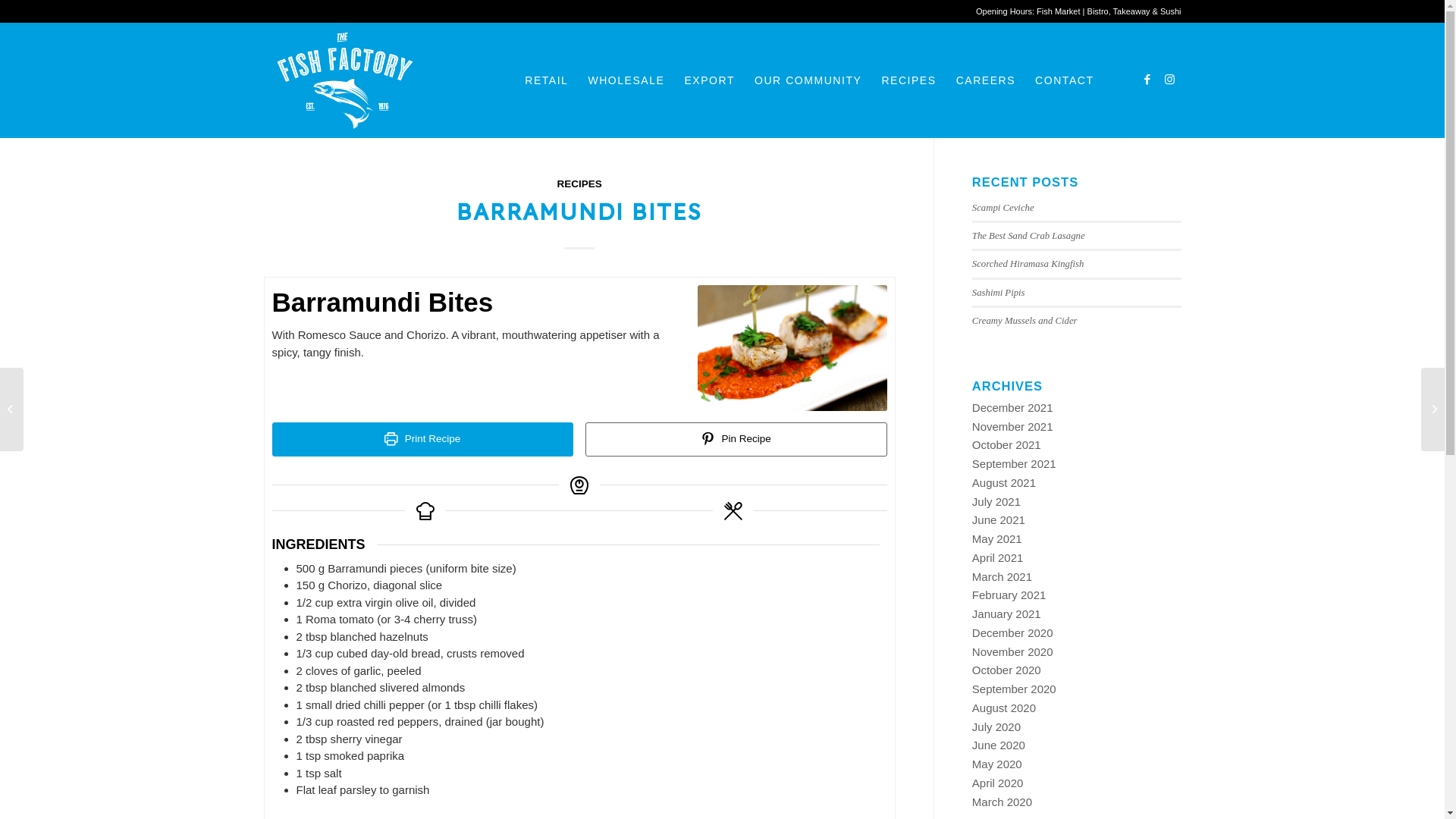 The height and width of the screenshot is (819, 1456). Describe the element at coordinates (1014, 689) in the screenshot. I see `'September 2020'` at that location.